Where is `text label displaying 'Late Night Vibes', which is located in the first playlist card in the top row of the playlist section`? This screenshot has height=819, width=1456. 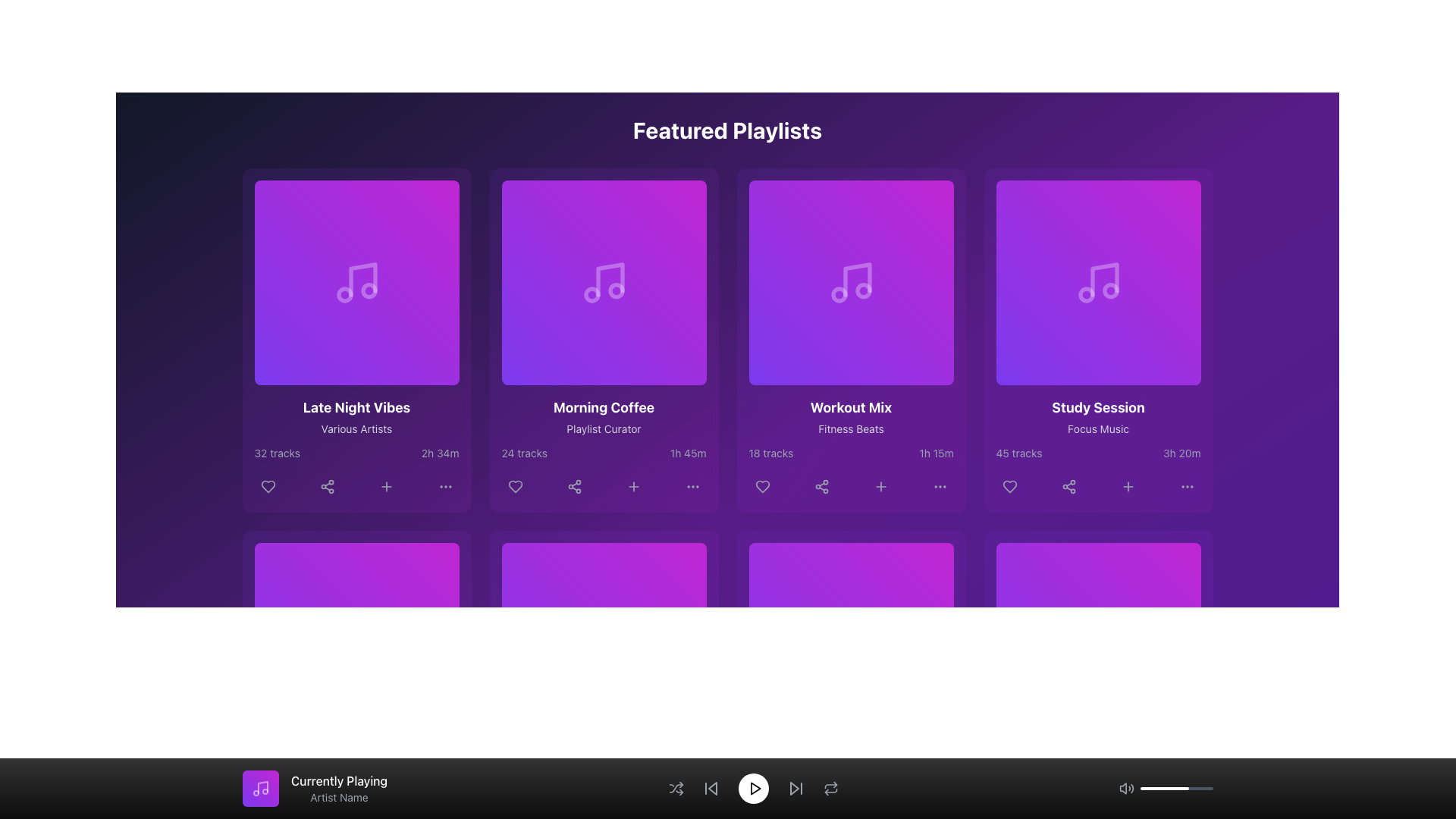 text label displaying 'Late Night Vibes', which is located in the first playlist card in the top row of the playlist section is located at coordinates (356, 406).